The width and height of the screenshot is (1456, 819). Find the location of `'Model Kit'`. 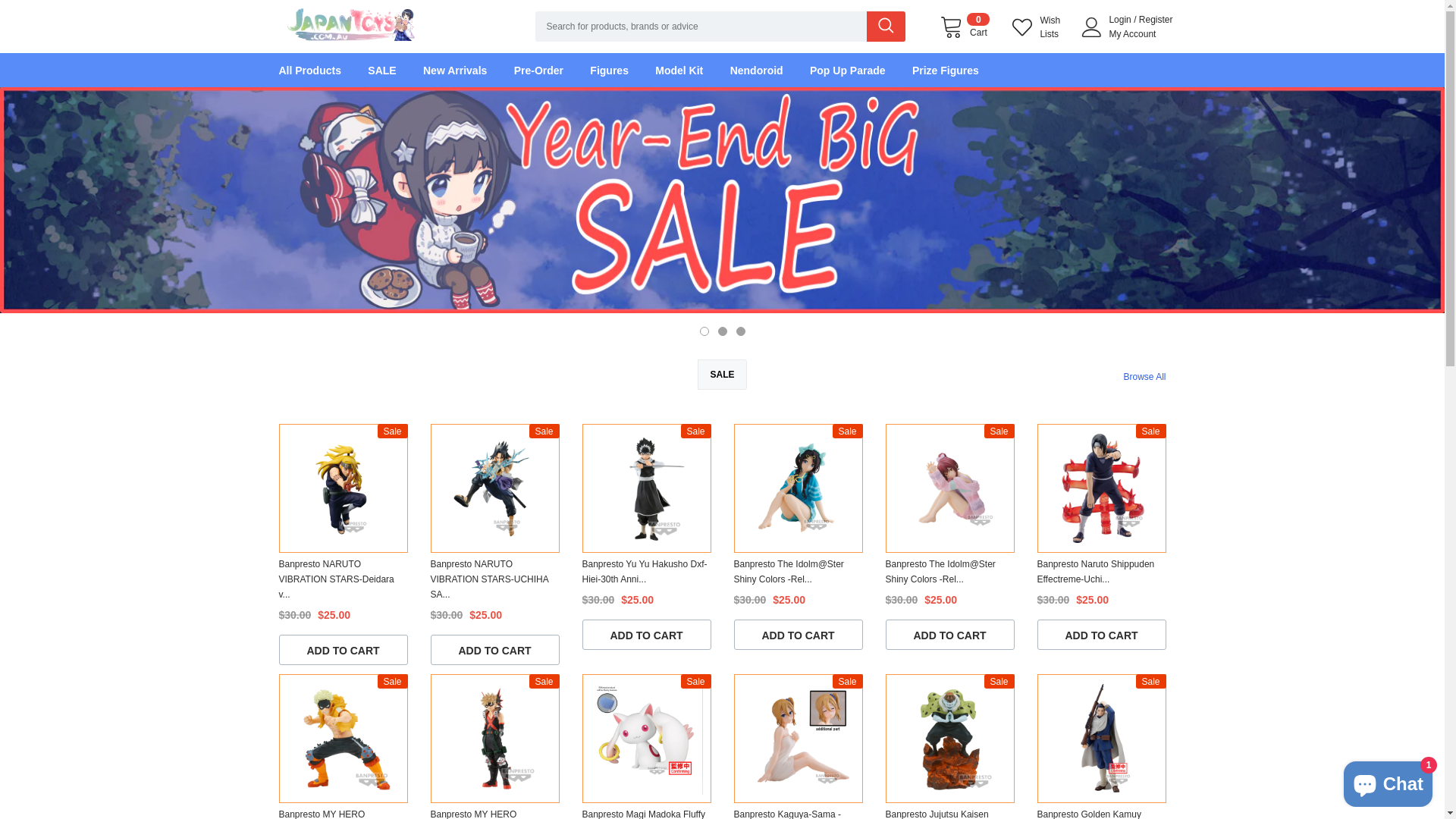

'Model Kit' is located at coordinates (690, 70).